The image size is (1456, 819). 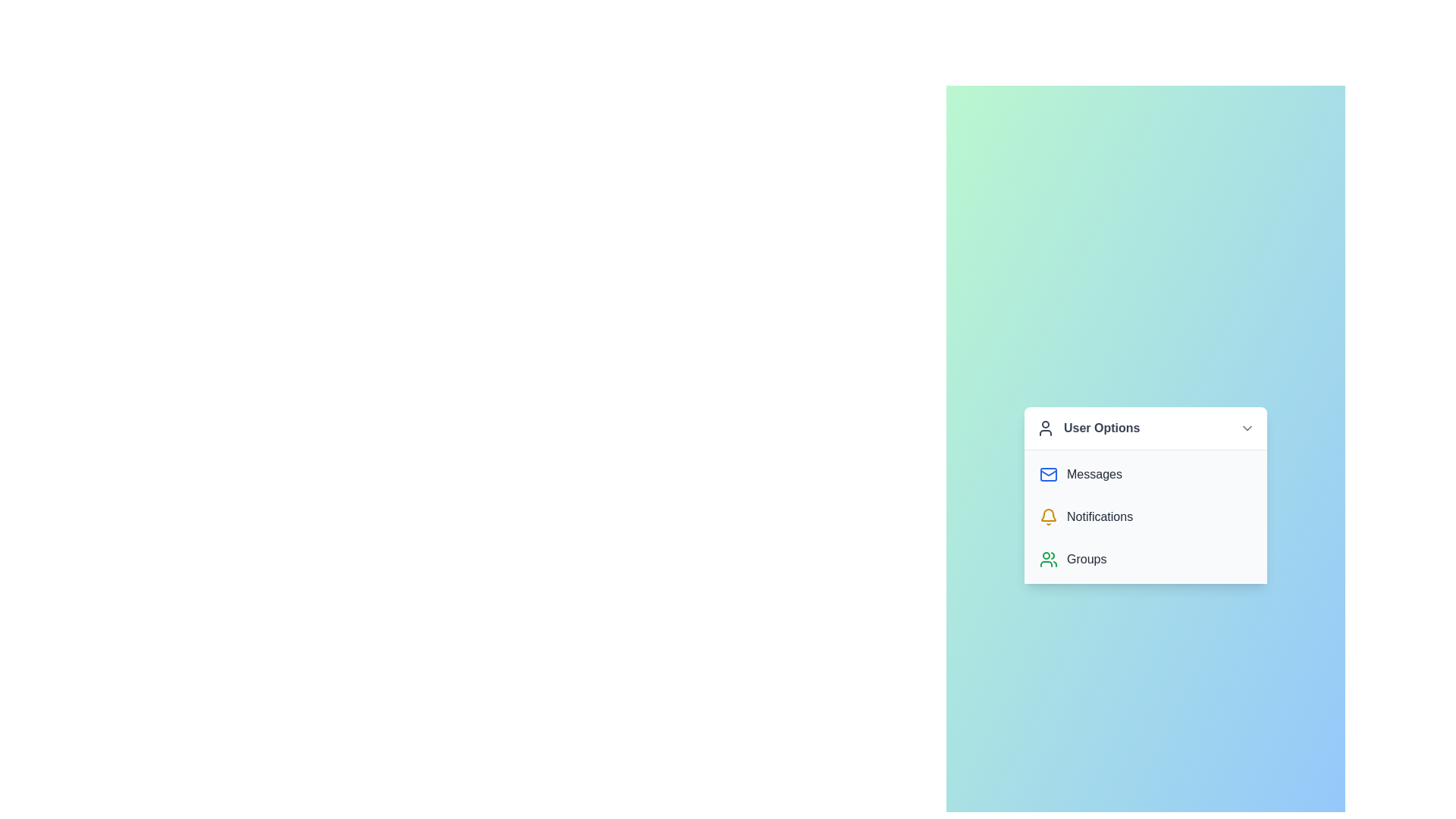 What do you see at coordinates (1247, 428) in the screenshot?
I see `the button located to the far-right side of the header labeled 'User Options'` at bounding box center [1247, 428].